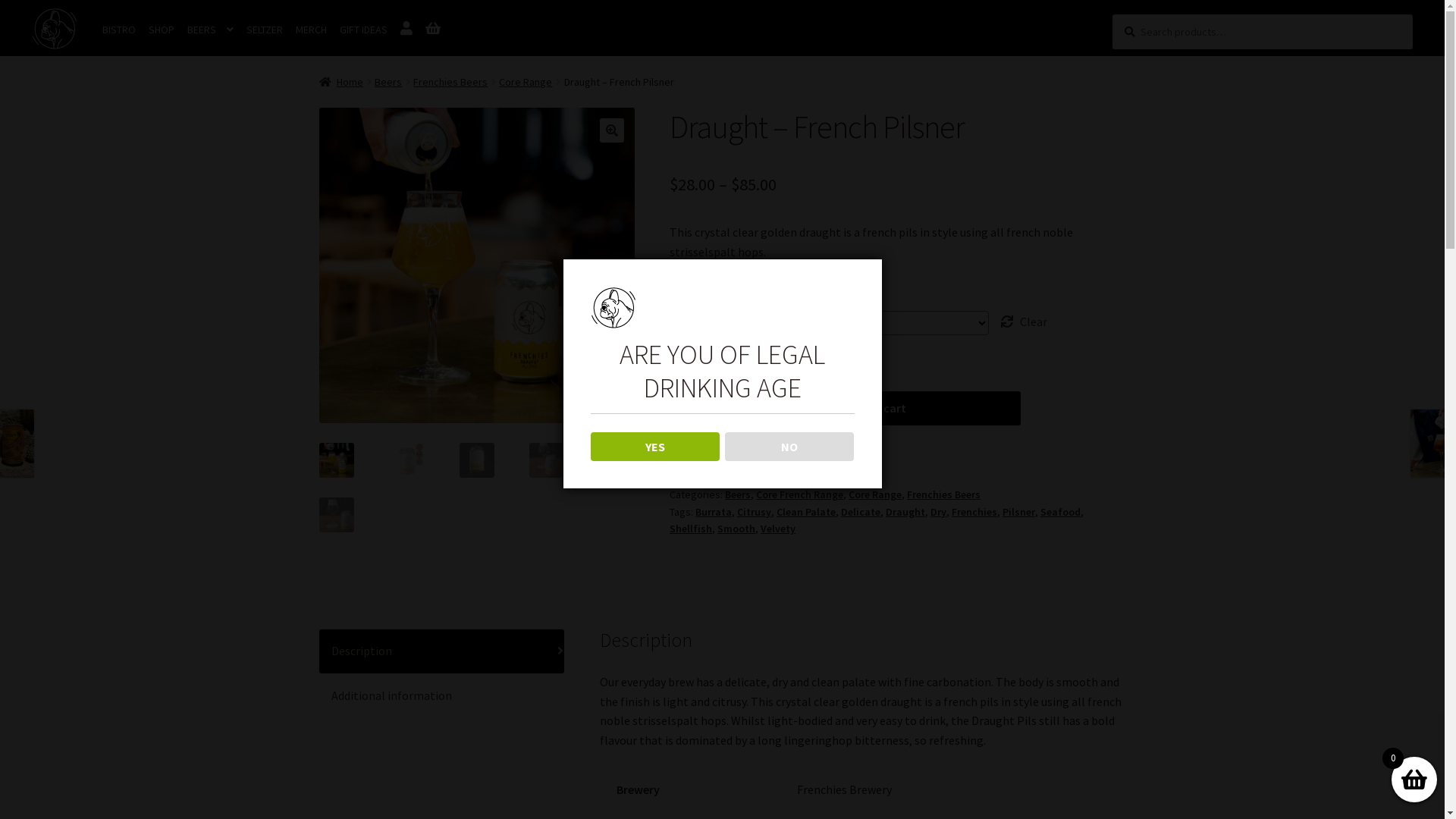  I want to click on 'Citrusy', so click(754, 512).